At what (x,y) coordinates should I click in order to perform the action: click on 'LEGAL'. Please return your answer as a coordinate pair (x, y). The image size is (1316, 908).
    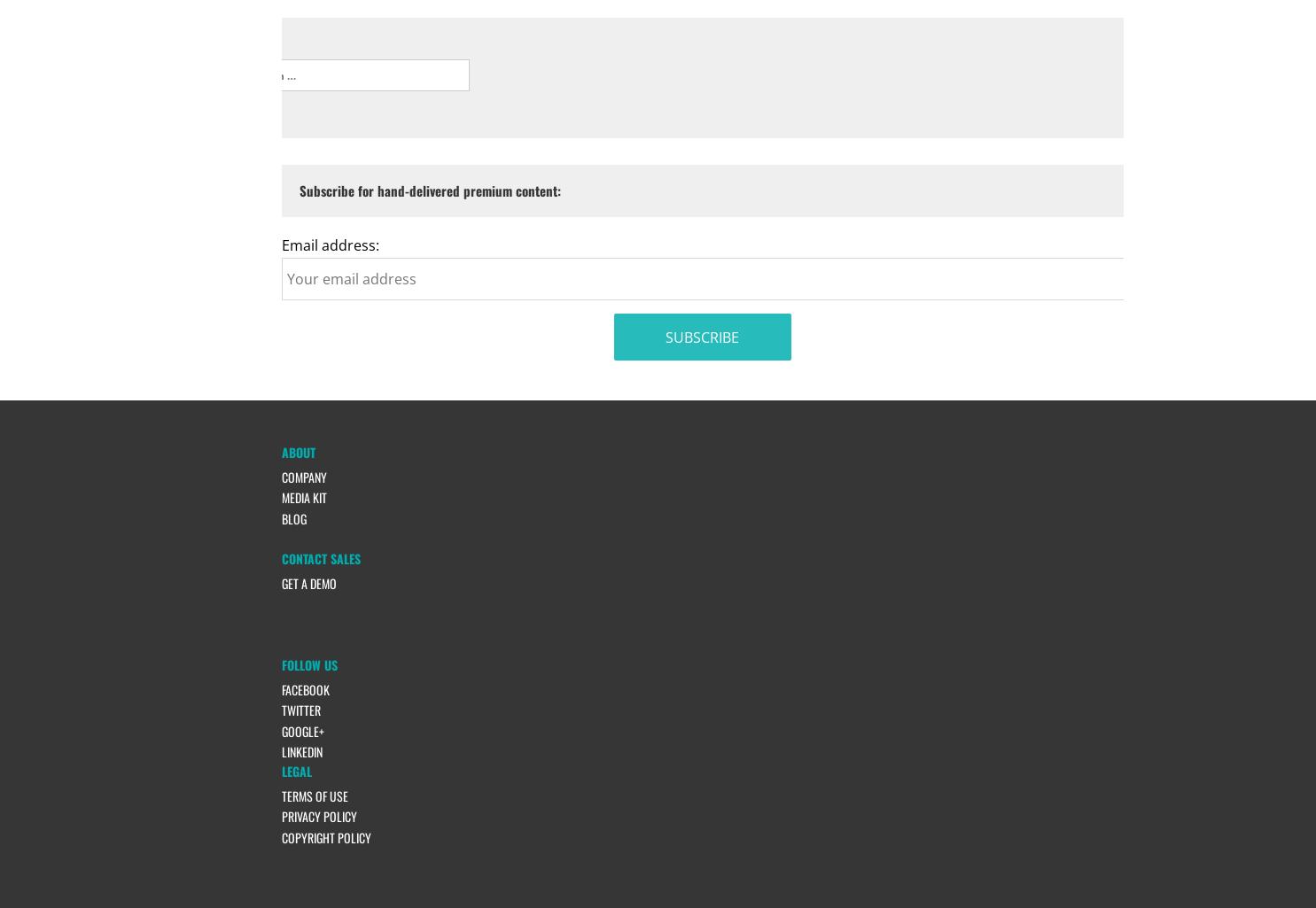
    Looking at the image, I should click on (294, 770).